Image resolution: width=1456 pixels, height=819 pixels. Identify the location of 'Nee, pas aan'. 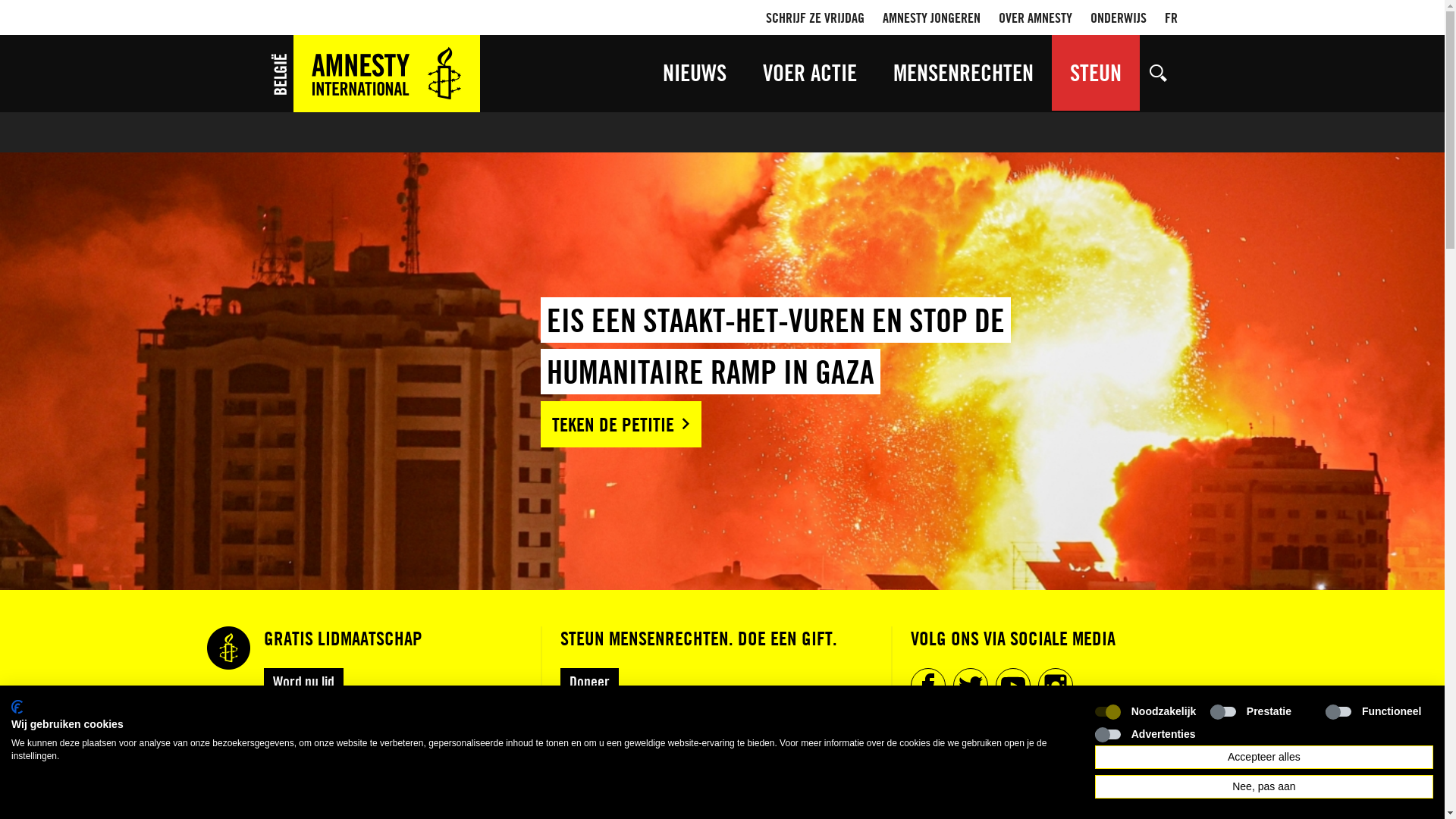
(1263, 786).